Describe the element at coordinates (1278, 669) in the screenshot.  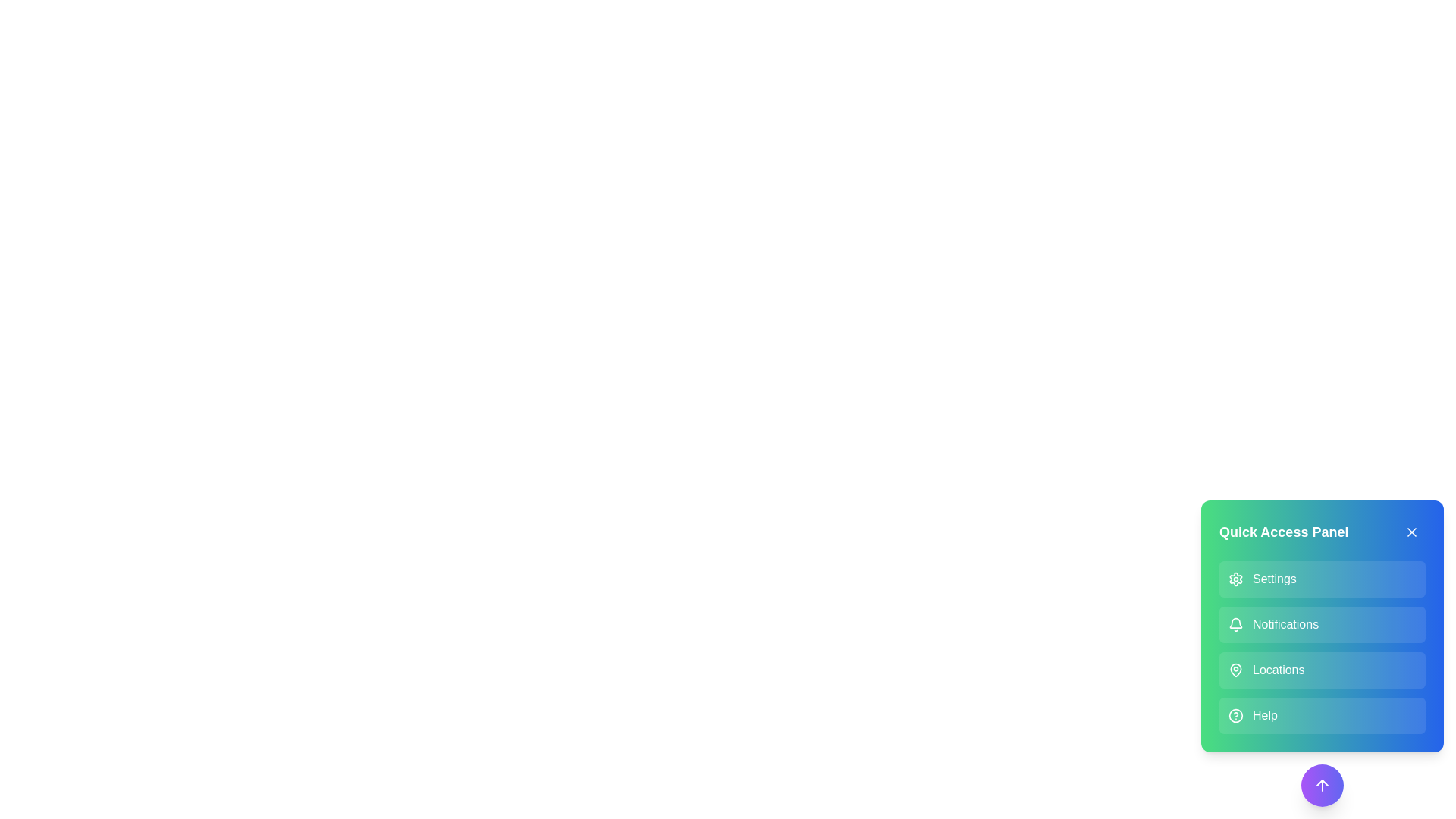
I see `the 'Locations' text label in the sidebar panel` at that location.